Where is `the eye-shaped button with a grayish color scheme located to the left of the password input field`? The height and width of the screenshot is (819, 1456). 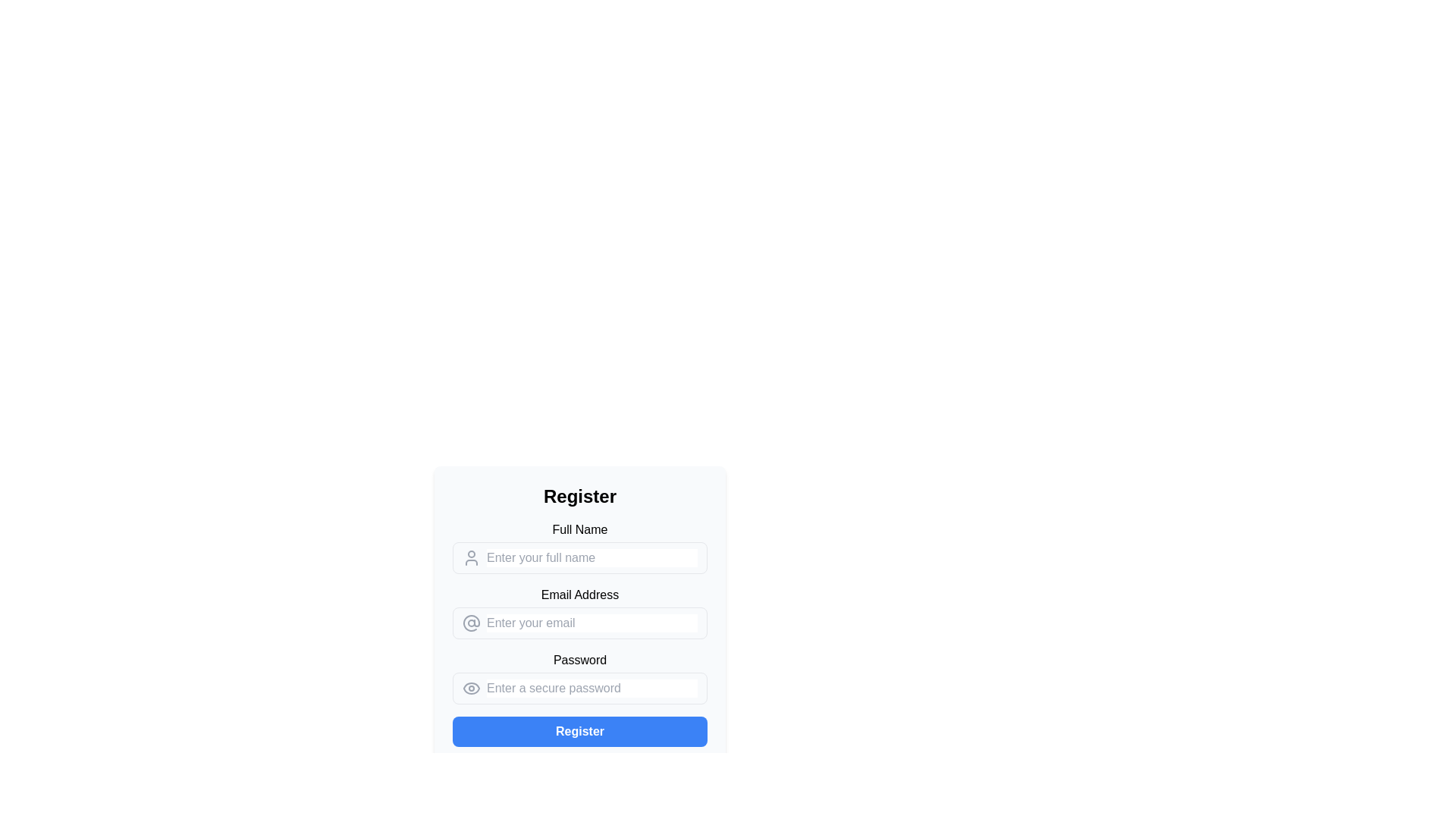
the eye-shaped button with a grayish color scheme located to the left of the password input field is located at coordinates (471, 688).